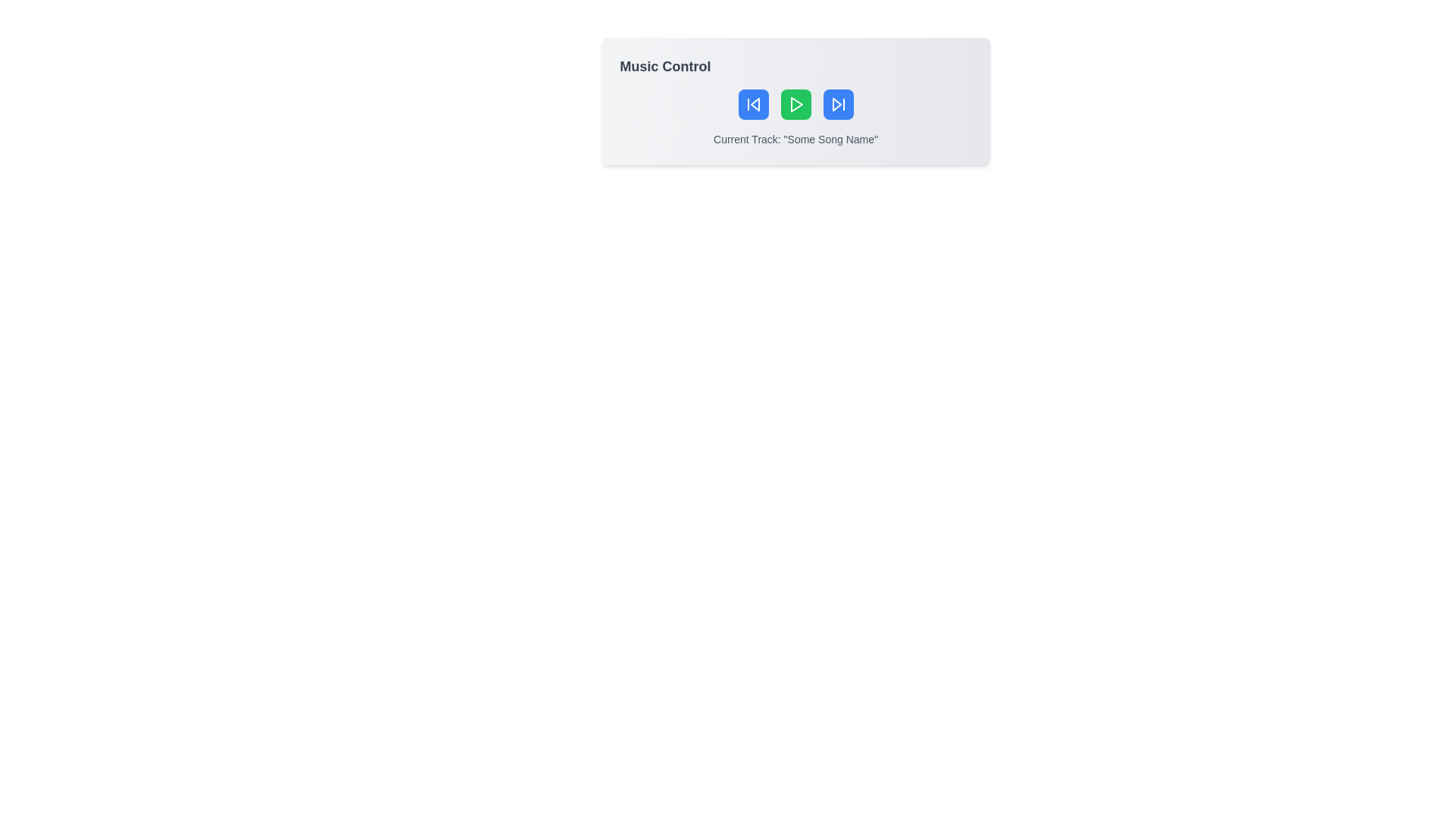 The image size is (1456, 819). What do you see at coordinates (795, 104) in the screenshot?
I see `the Control group consisting of three buttons with icons located in the 'Music Control' card to provide visual feedback` at bounding box center [795, 104].